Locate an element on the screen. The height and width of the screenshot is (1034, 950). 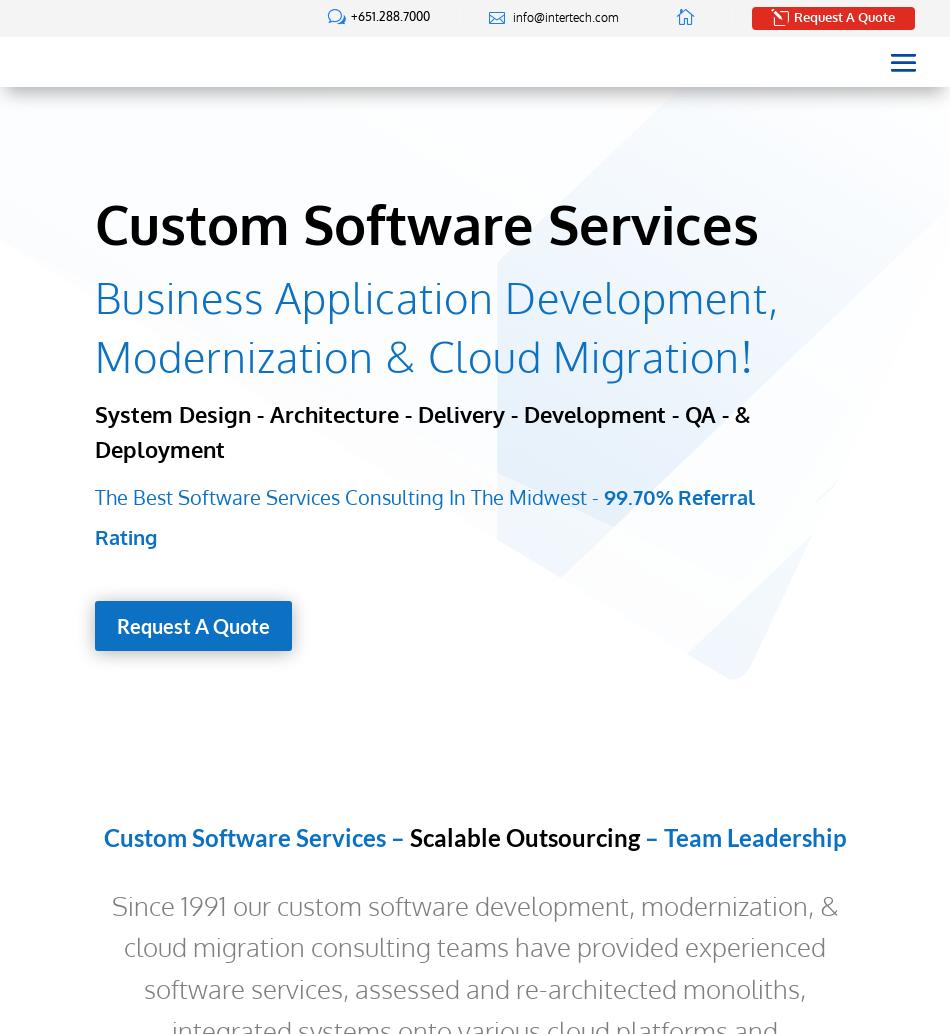
'l' is located at coordinates (778, 16).